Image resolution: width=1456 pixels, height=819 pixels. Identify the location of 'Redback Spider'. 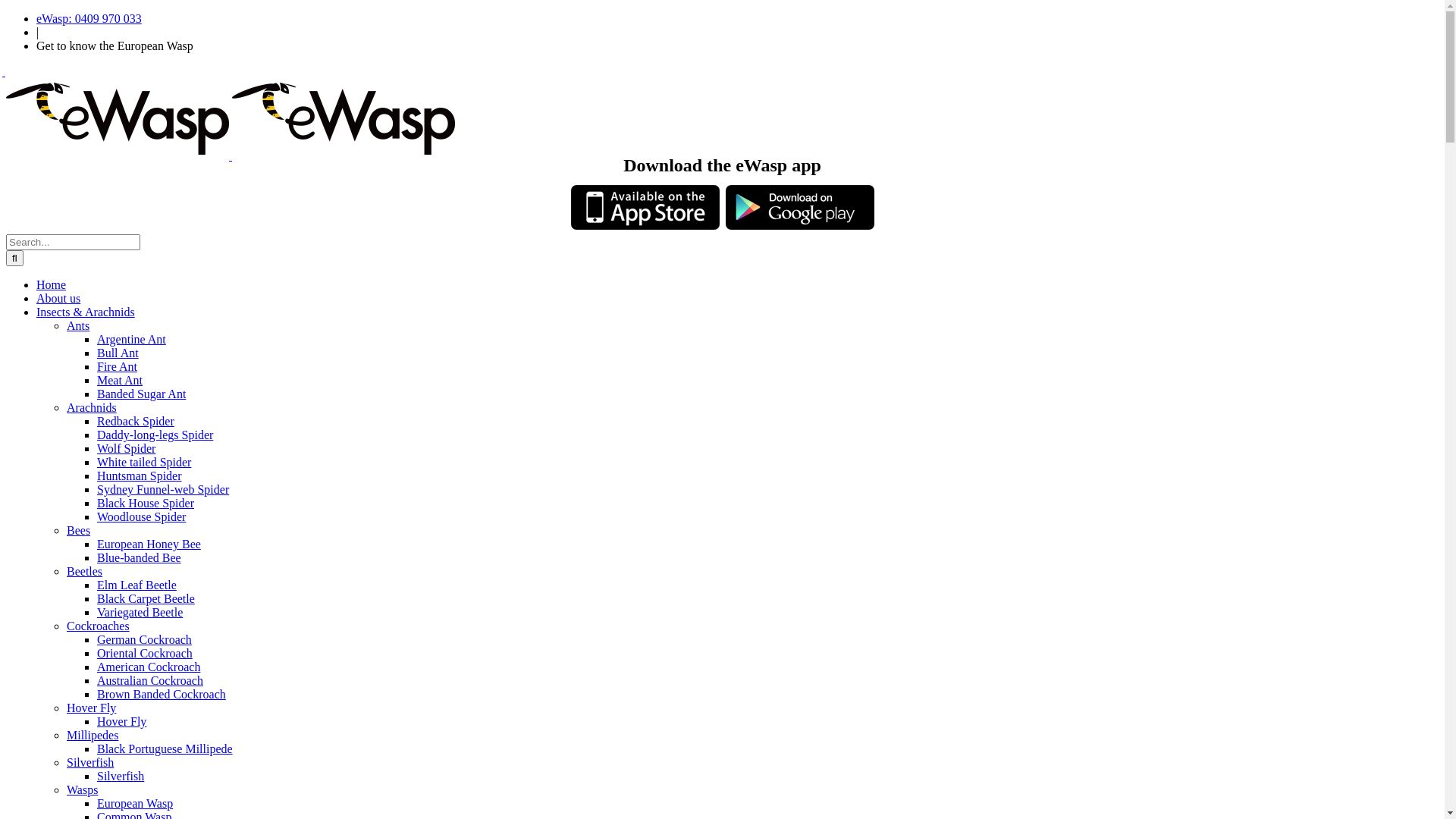
(96, 421).